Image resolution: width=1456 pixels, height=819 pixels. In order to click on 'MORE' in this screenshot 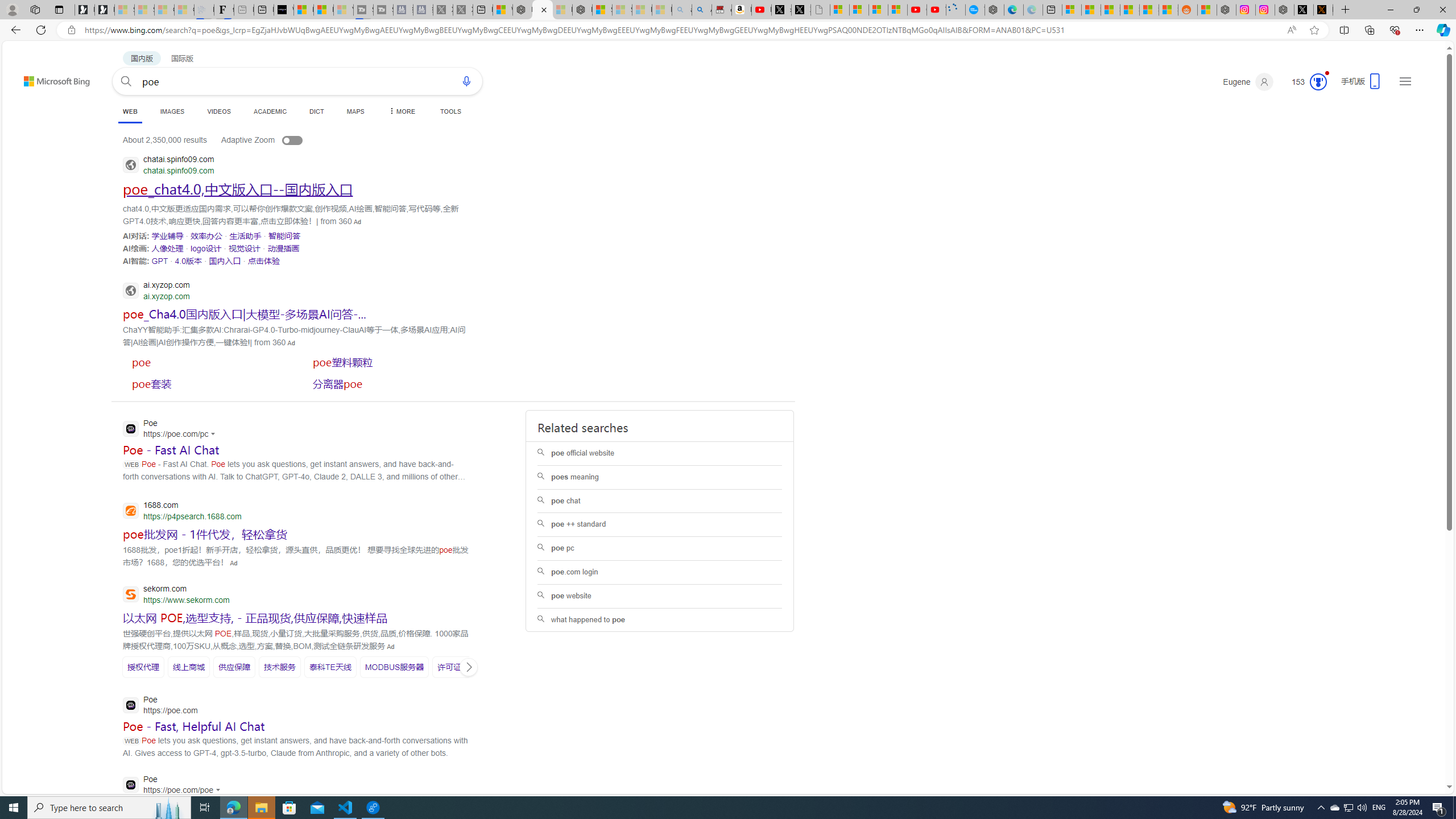, I will do `click(400, 111)`.